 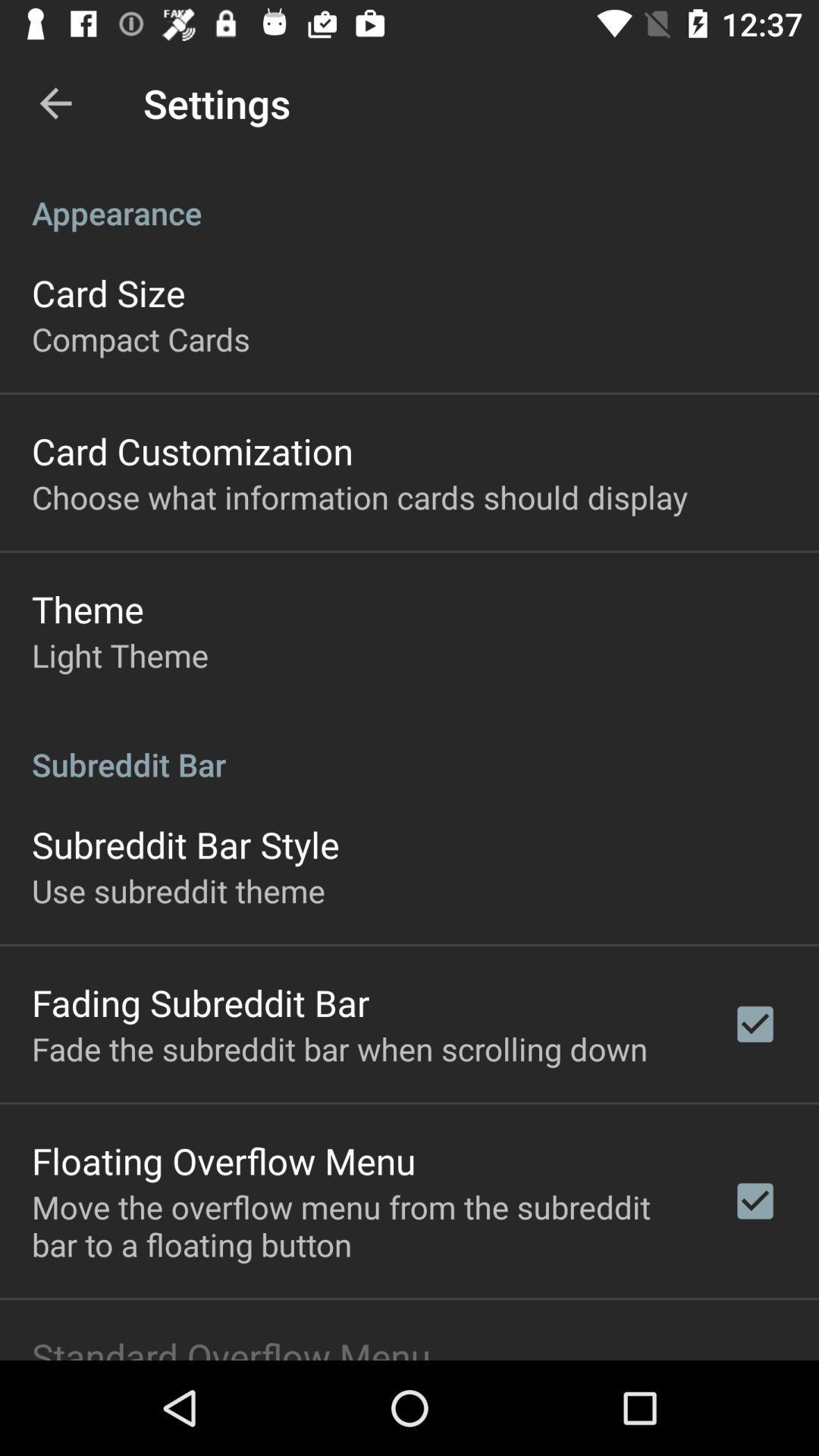 I want to click on the appearance, so click(x=409, y=196).